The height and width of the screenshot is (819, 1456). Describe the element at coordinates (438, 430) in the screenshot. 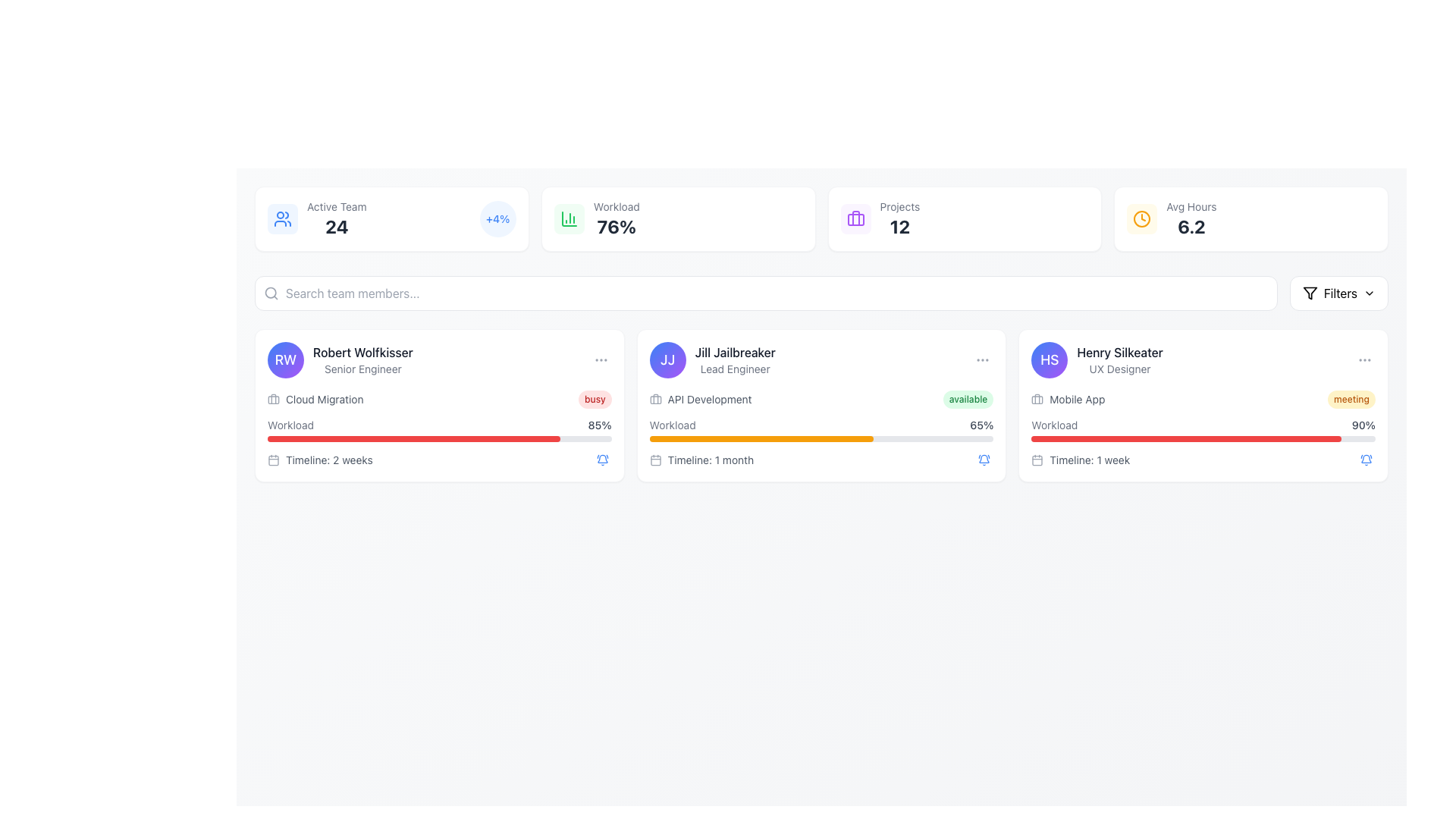

I see `task-related data presented in the Information Section for the individual 'Robert Wolfkisser', which includes workload progress ('85%') and contextual information ('Cloud Migration', 'Timeline: 2 weeks')` at that location.